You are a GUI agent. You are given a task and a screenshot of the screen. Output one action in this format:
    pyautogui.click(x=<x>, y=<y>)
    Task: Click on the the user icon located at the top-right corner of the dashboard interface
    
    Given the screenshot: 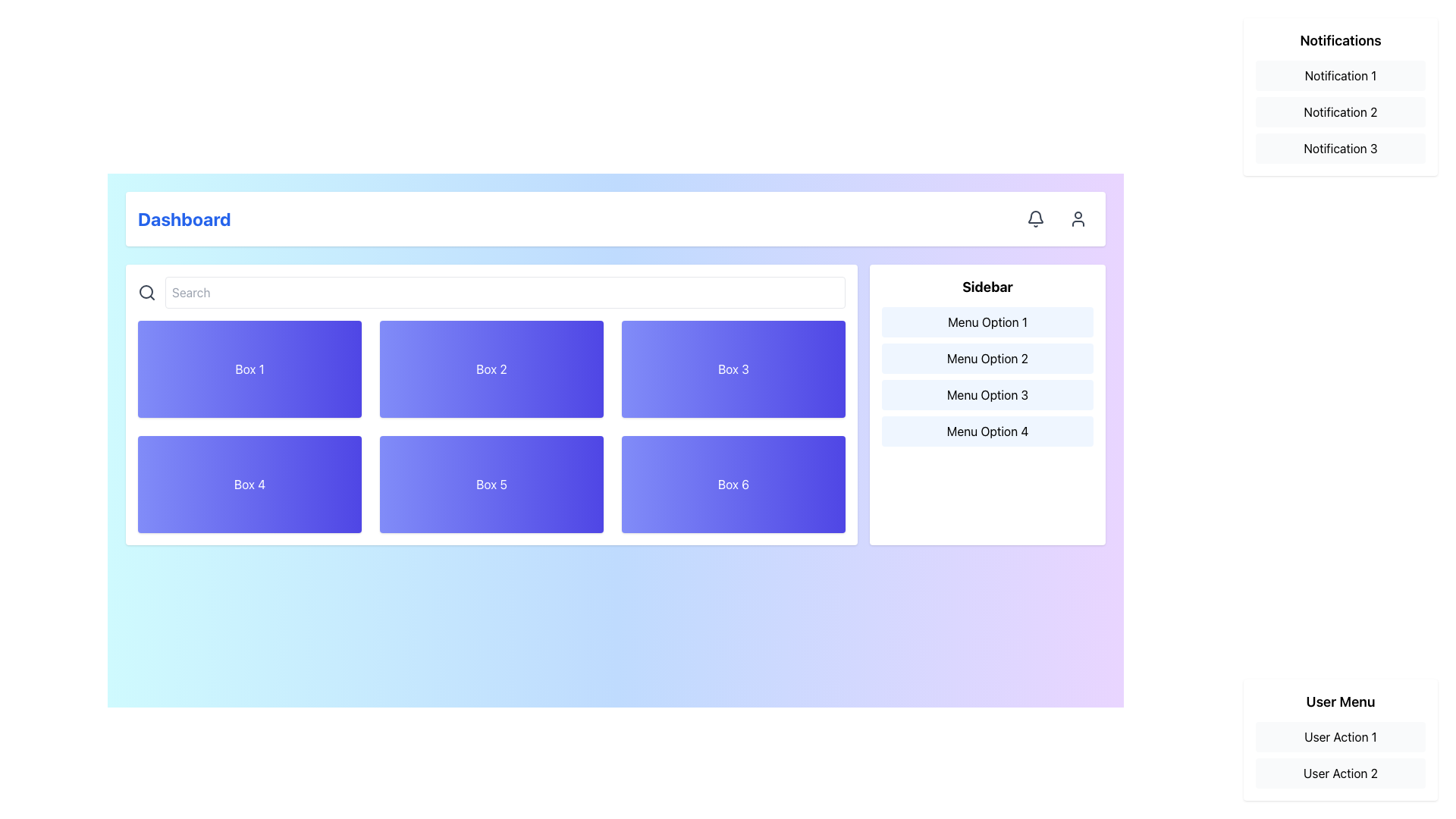 What is the action you would take?
    pyautogui.click(x=1077, y=219)
    